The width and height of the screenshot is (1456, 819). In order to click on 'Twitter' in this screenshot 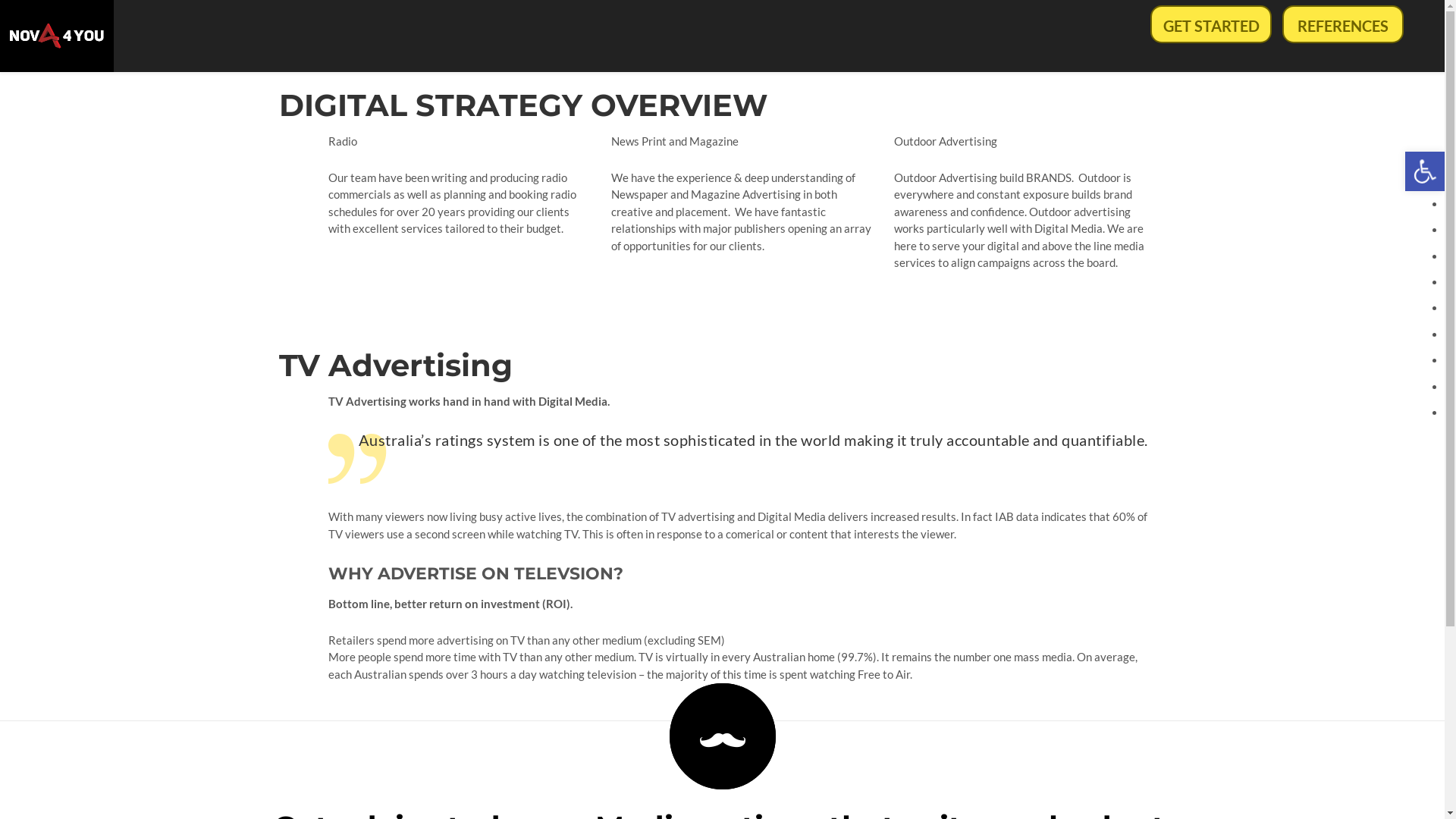, I will do `click(1155, 770)`.